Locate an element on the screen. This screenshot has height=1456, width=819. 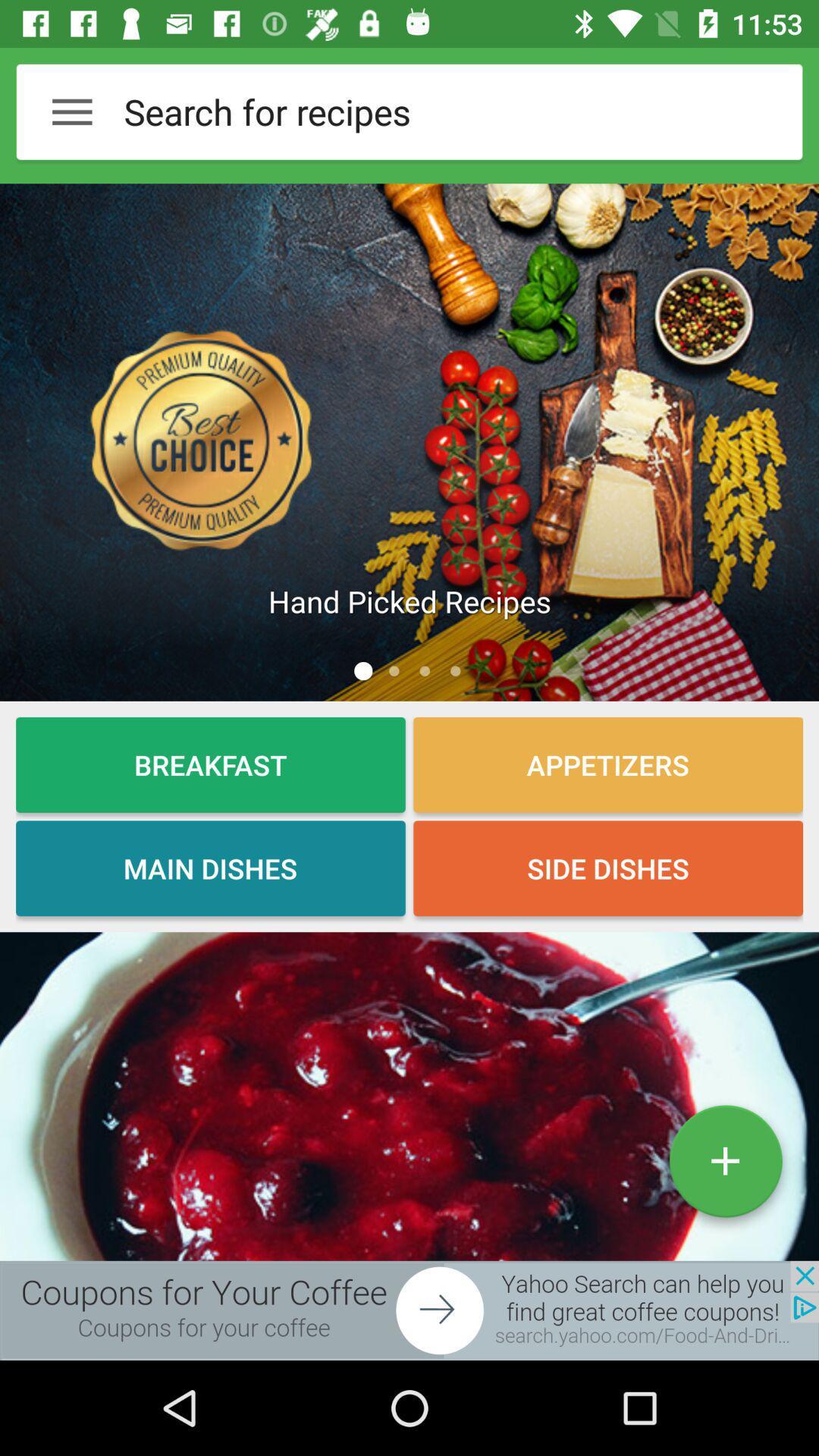
the add icon is located at coordinates (724, 1166).